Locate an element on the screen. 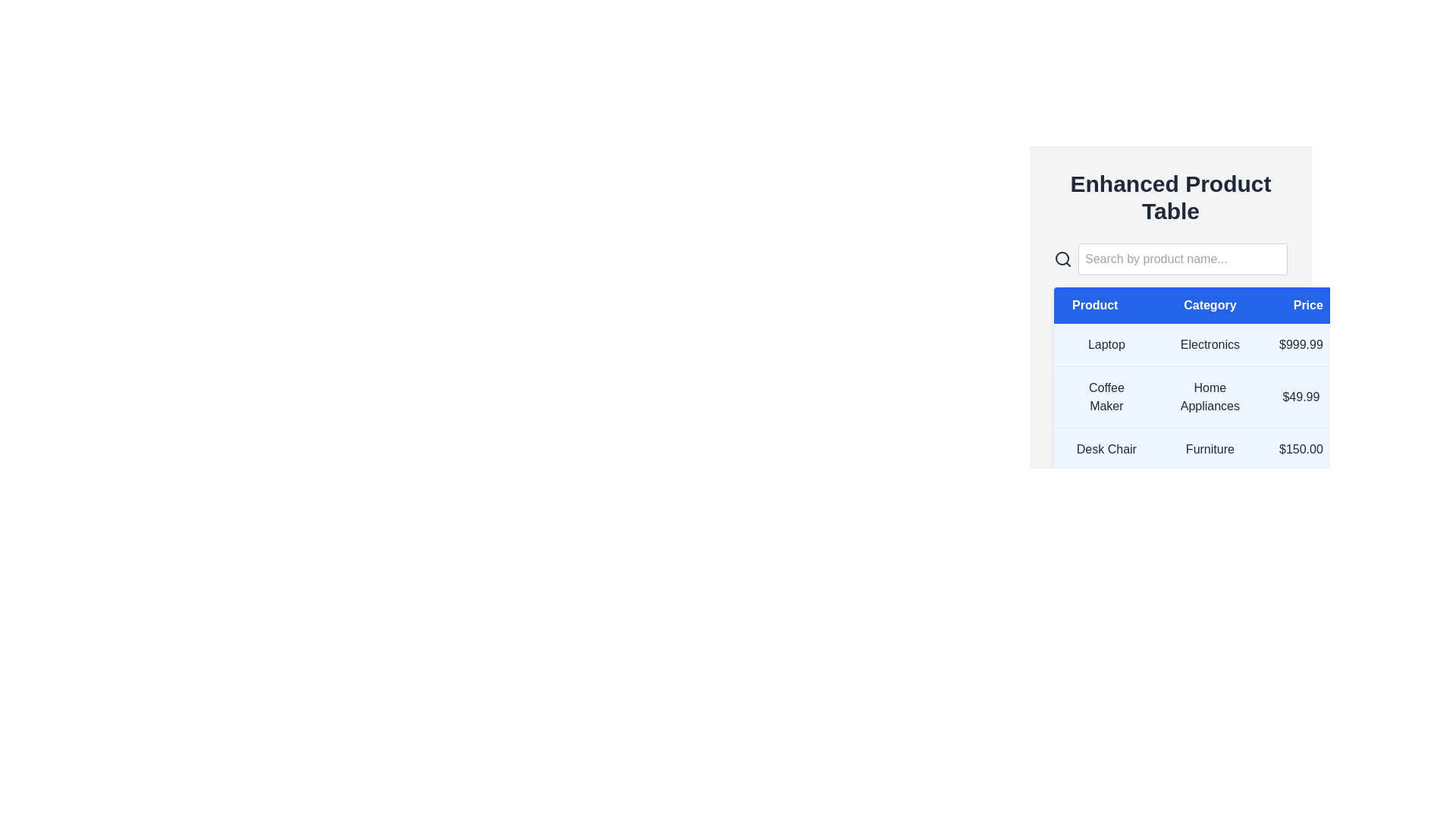 The image size is (1456, 819). the second row in the table that displays the product 'Coffee Maker', its category 'Home Appliances', and price '$49.99' is located at coordinates (1197, 397).